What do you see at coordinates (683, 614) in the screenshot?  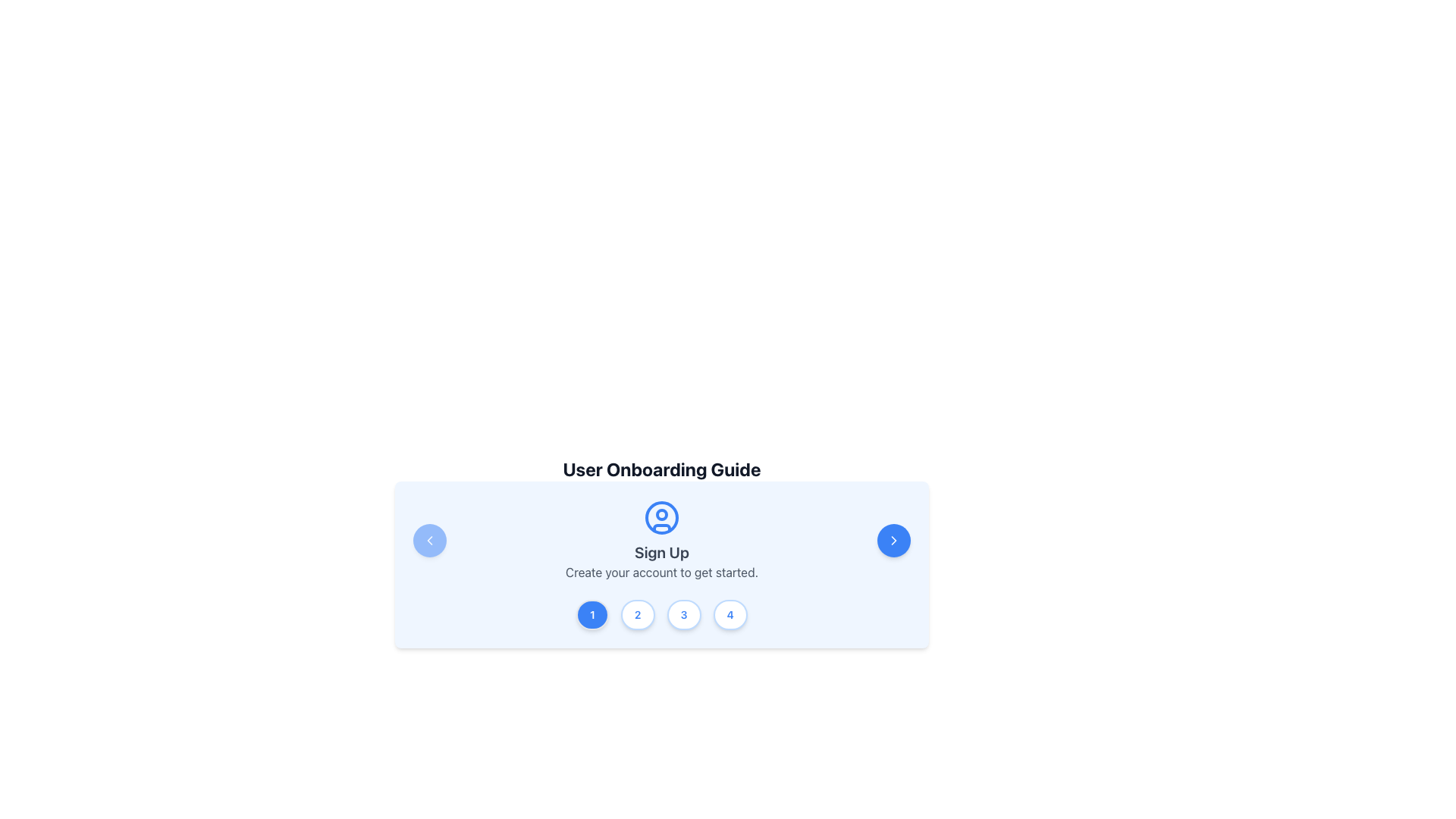 I see `the navigational button labeled '3' located at the center-bottom of the interface` at bounding box center [683, 614].